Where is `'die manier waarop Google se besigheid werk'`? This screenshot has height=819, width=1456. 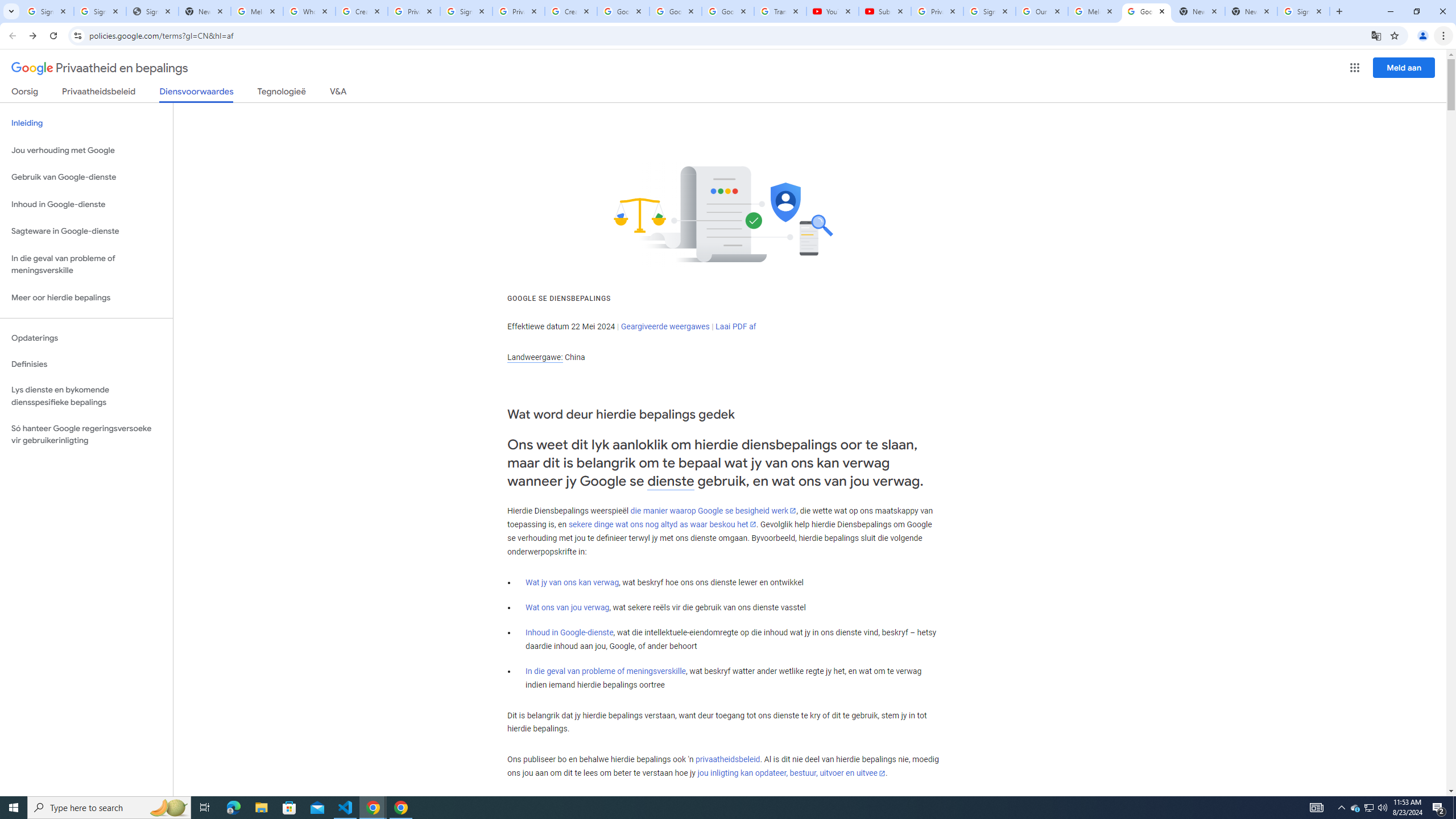 'die manier waarop Google se besigheid werk' is located at coordinates (713, 510).